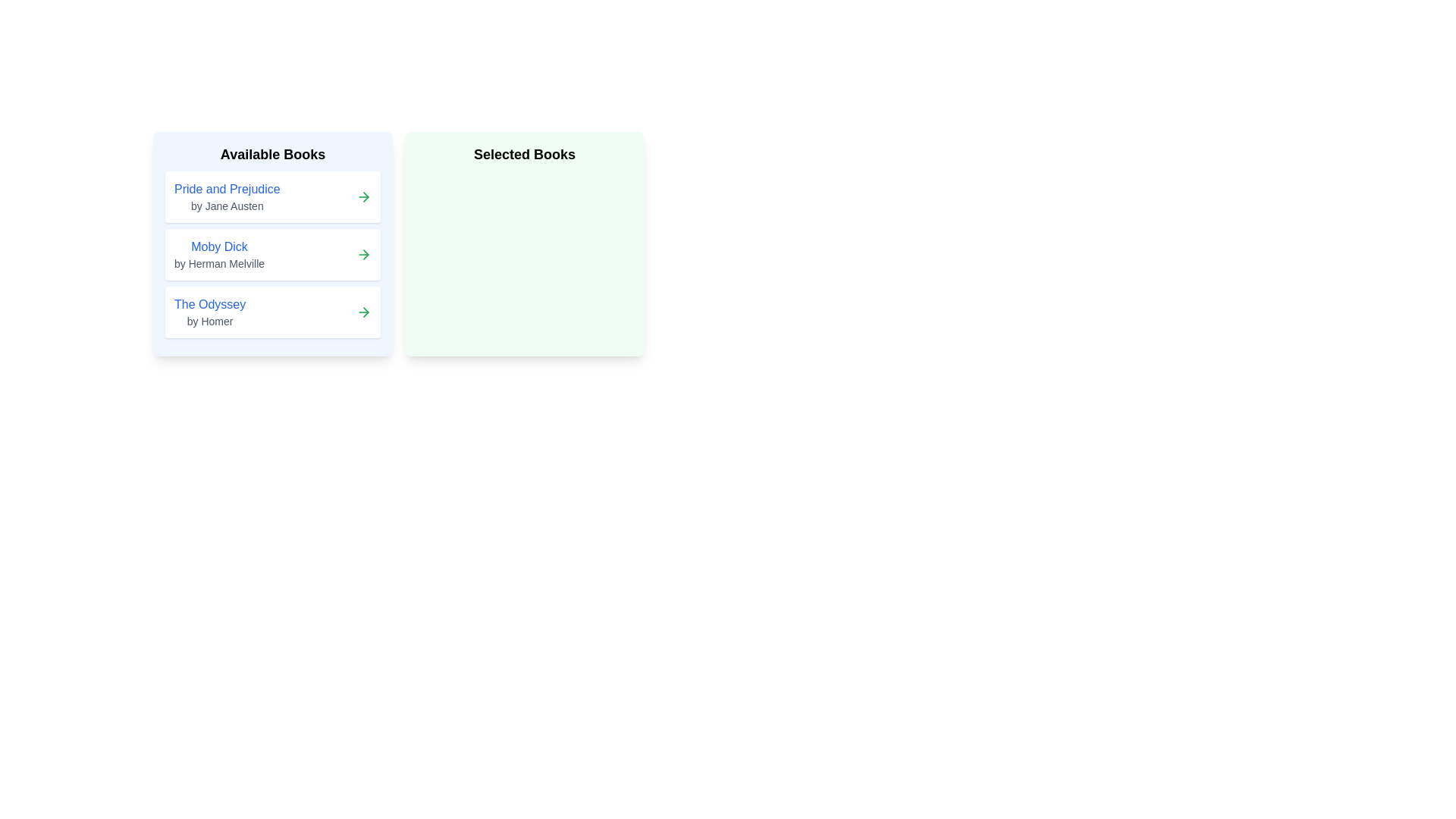 This screenshot has width=1456, height=819. I want to click on the green right-arrow icon button that changes to a darker green when hovered, located to the far right of the box containing 'Moby Dick by Herman Melville', so click(364, 253).